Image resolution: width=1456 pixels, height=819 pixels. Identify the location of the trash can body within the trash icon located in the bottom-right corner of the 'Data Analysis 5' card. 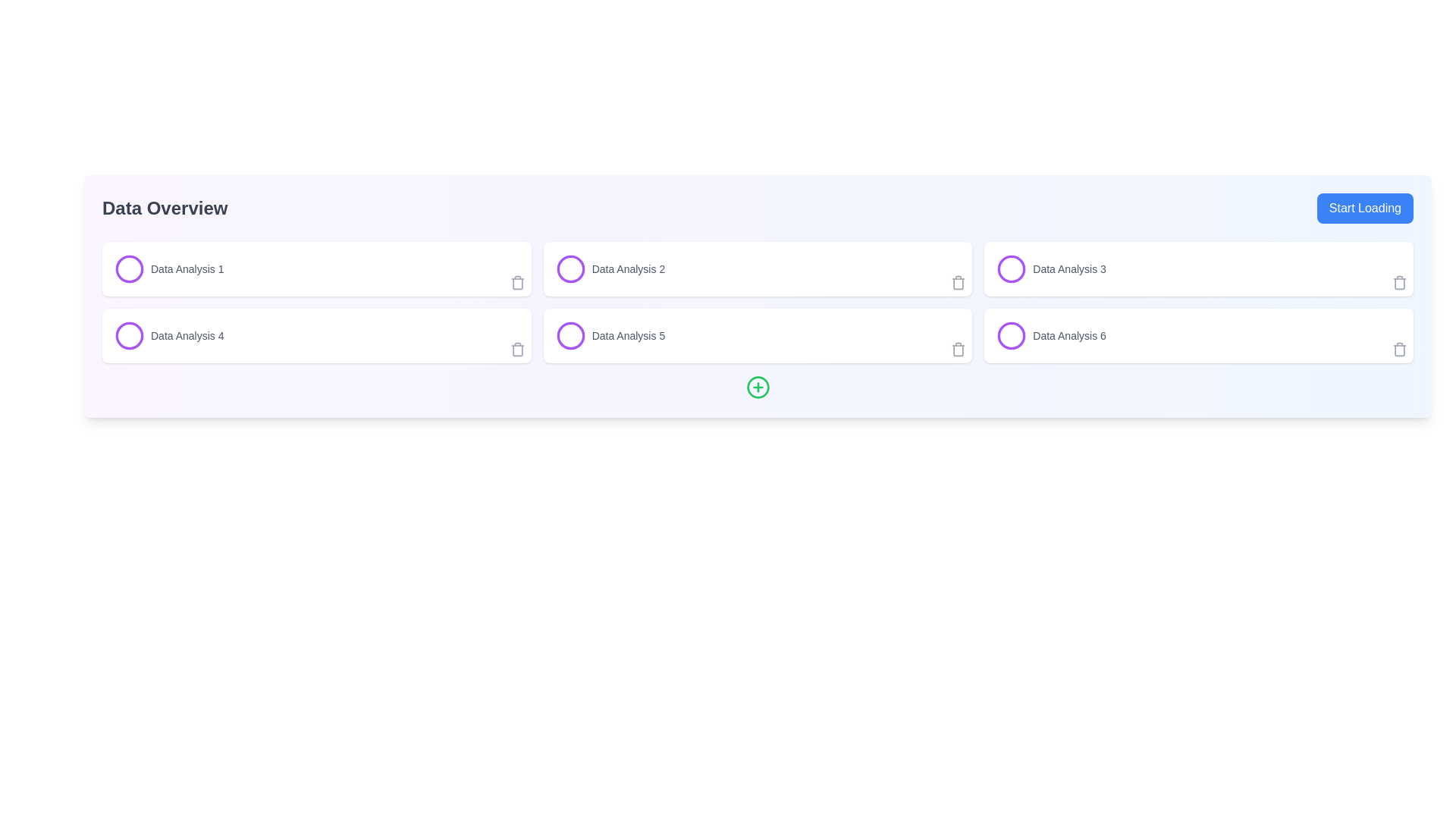
(958, 350).